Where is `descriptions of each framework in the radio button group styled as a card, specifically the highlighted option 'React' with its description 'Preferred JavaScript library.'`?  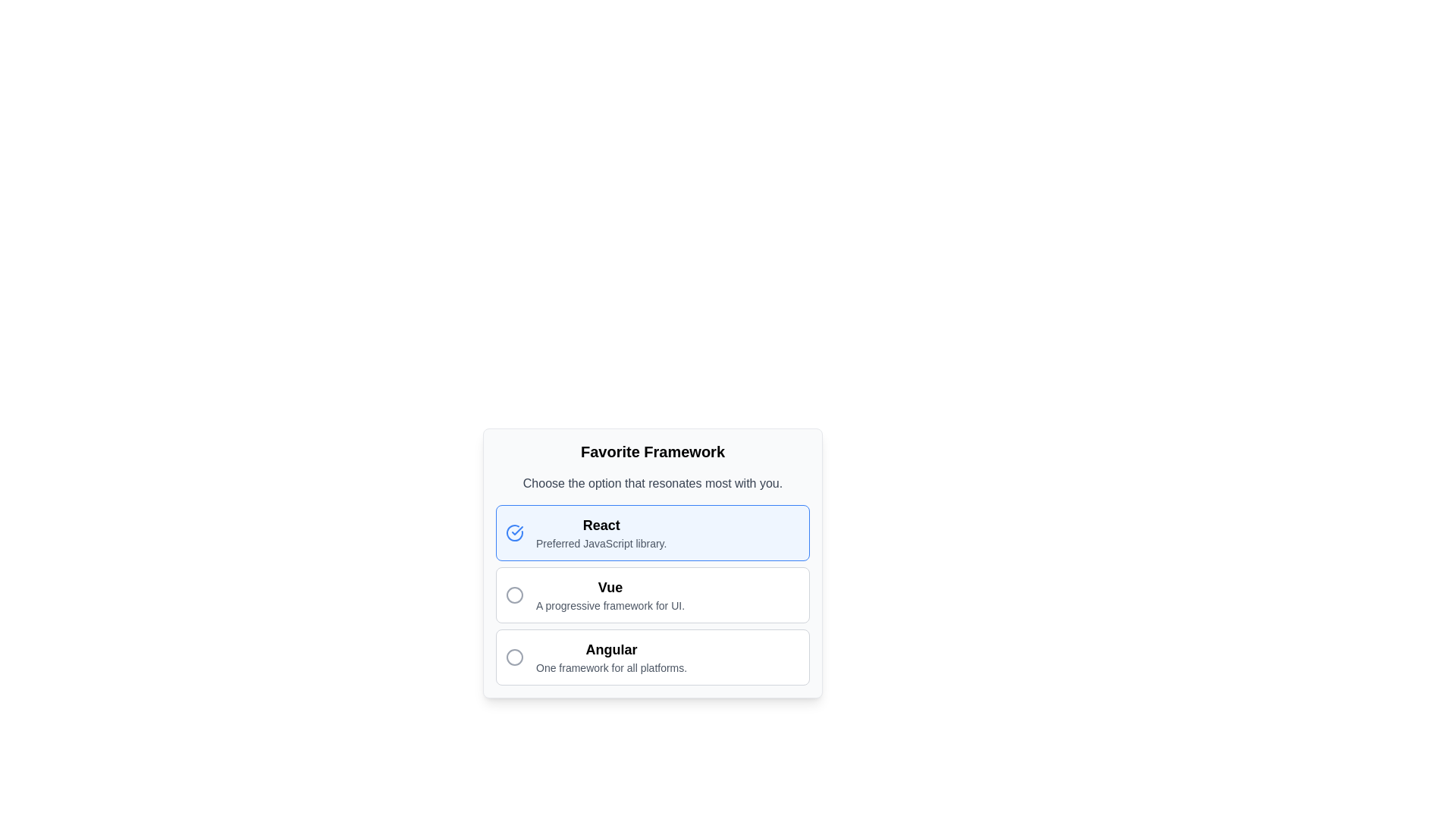 descriptions of each framework in the radio button group styled as a card, specifically the highlighted option 'React' with its description 'Preferred JavaScript library.' is located at coordinates (652, 563).